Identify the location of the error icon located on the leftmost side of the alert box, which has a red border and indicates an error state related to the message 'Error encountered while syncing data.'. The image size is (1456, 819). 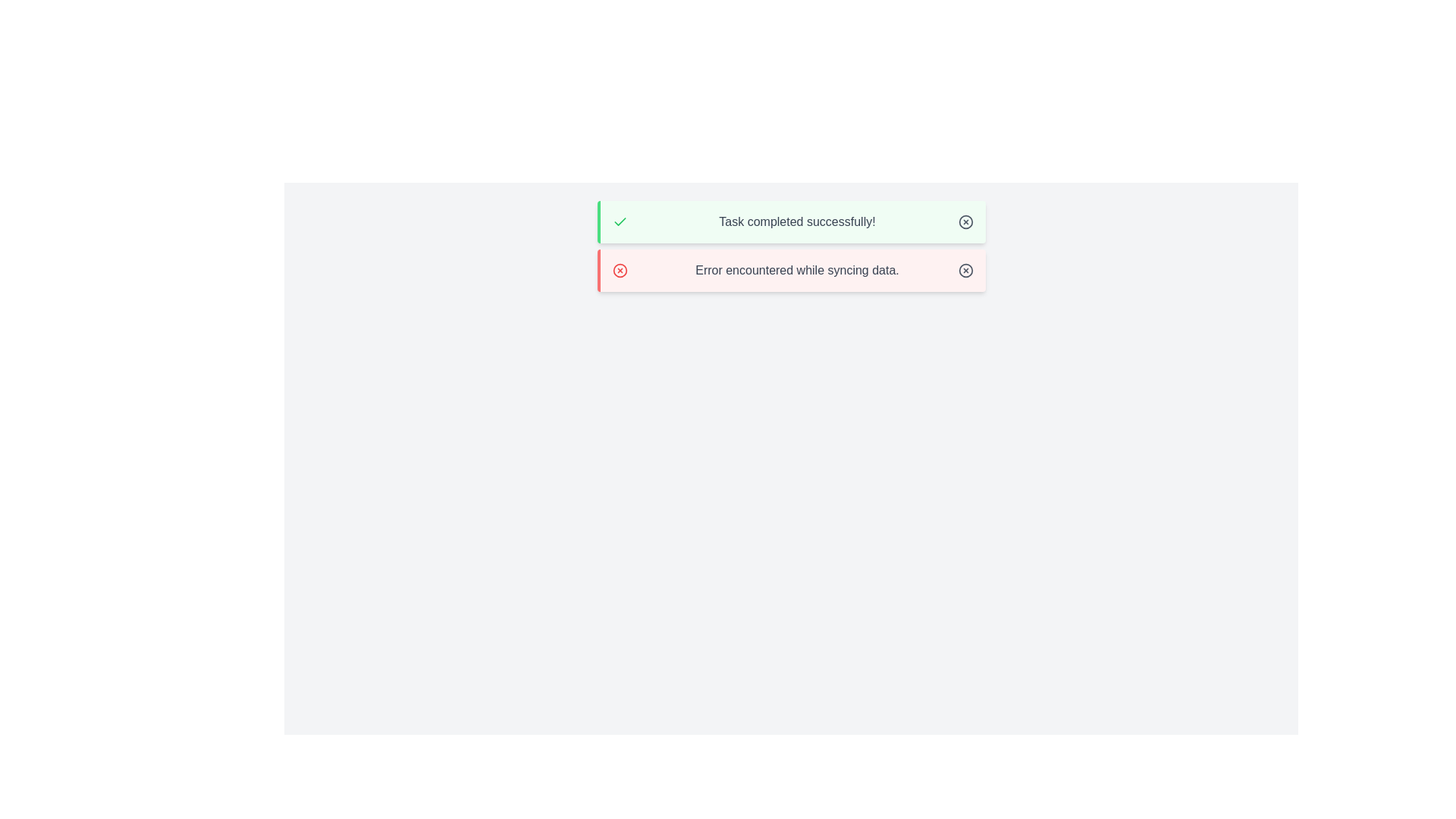
(620, 270).